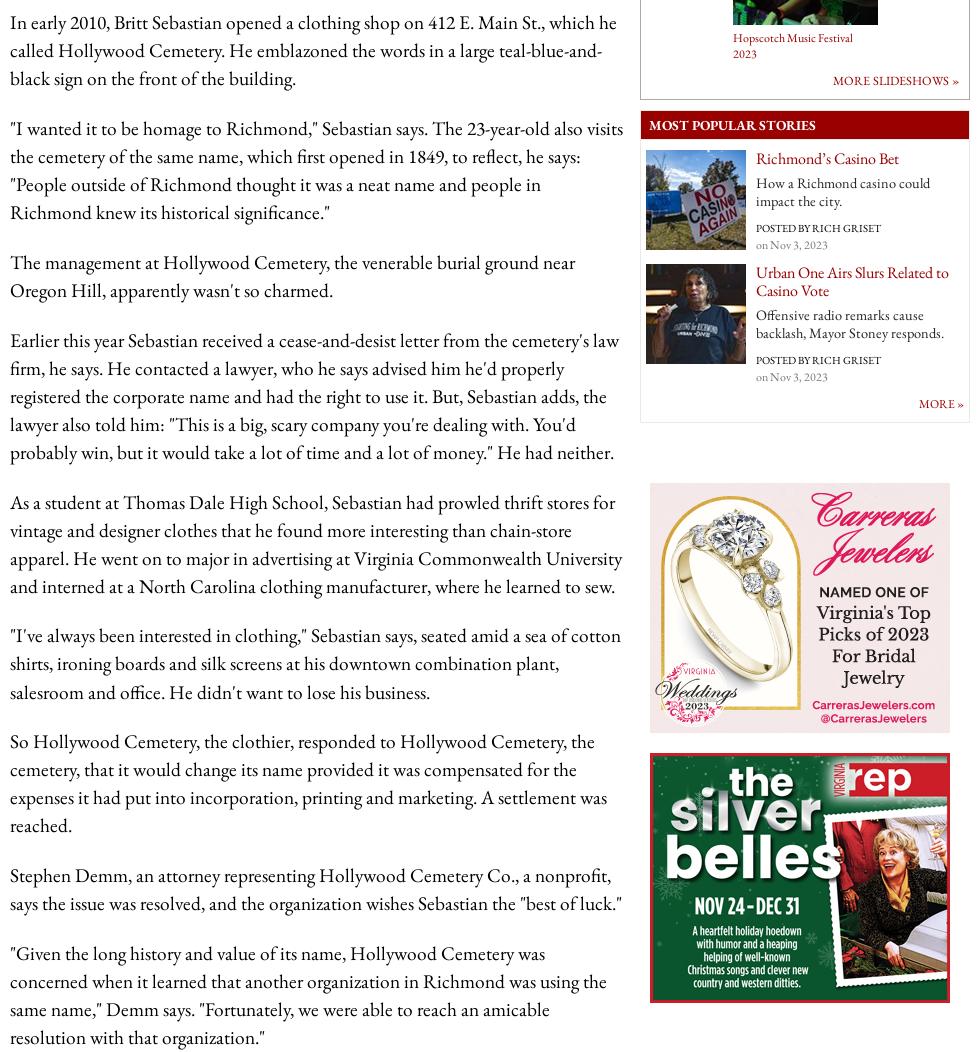  Describe the element at coordinates (308, 994) in the screenshot. I see `'"Given the long history and value of its name, Hollywood Cemetery was concerned when it learned that another organization in Richmond was using the same name," Demm says. "Fortunately, we were able to reach an amicable resolution with that organization."'` at that location.